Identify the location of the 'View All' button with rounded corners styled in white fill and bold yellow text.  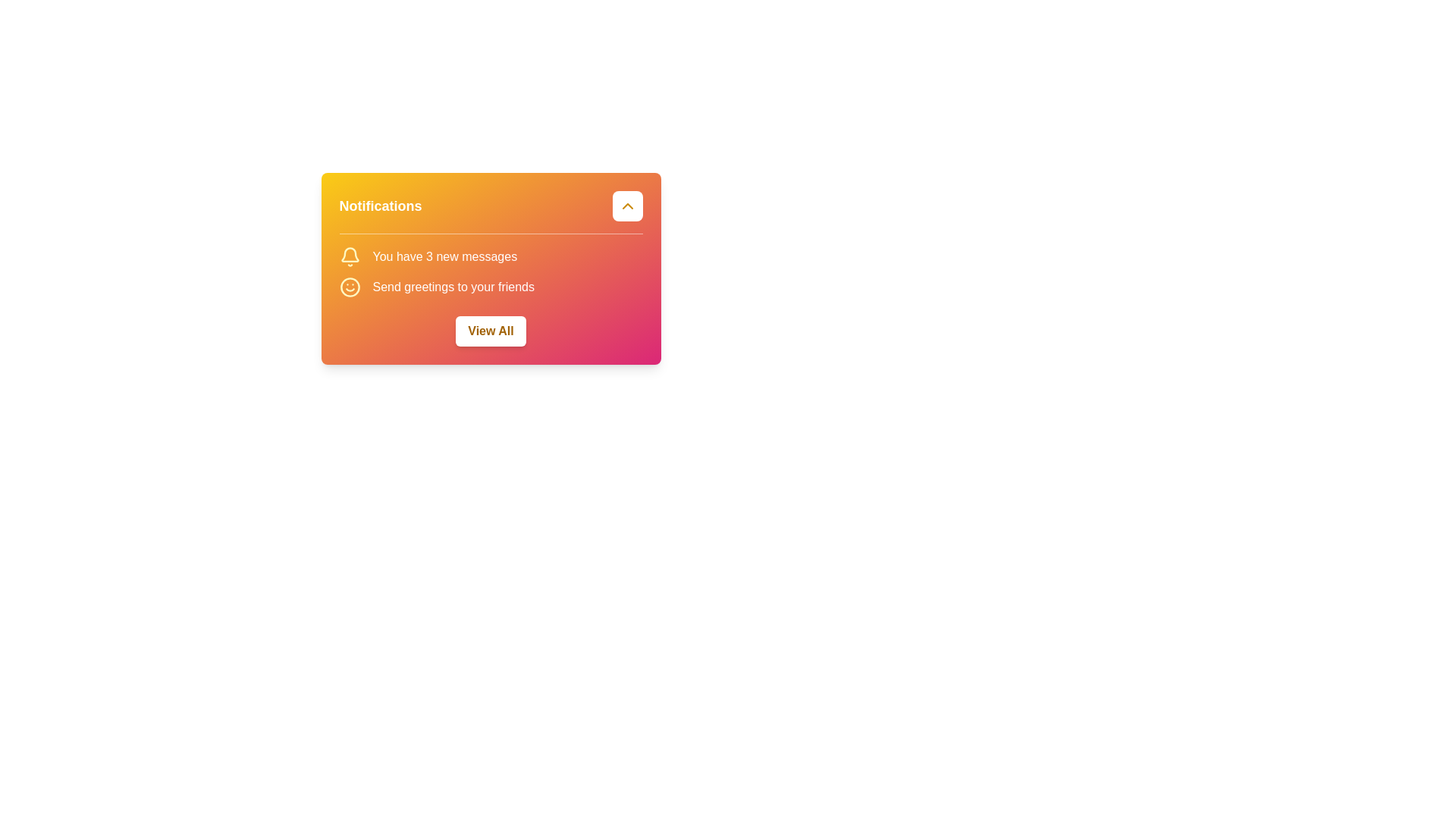
(491, 326).